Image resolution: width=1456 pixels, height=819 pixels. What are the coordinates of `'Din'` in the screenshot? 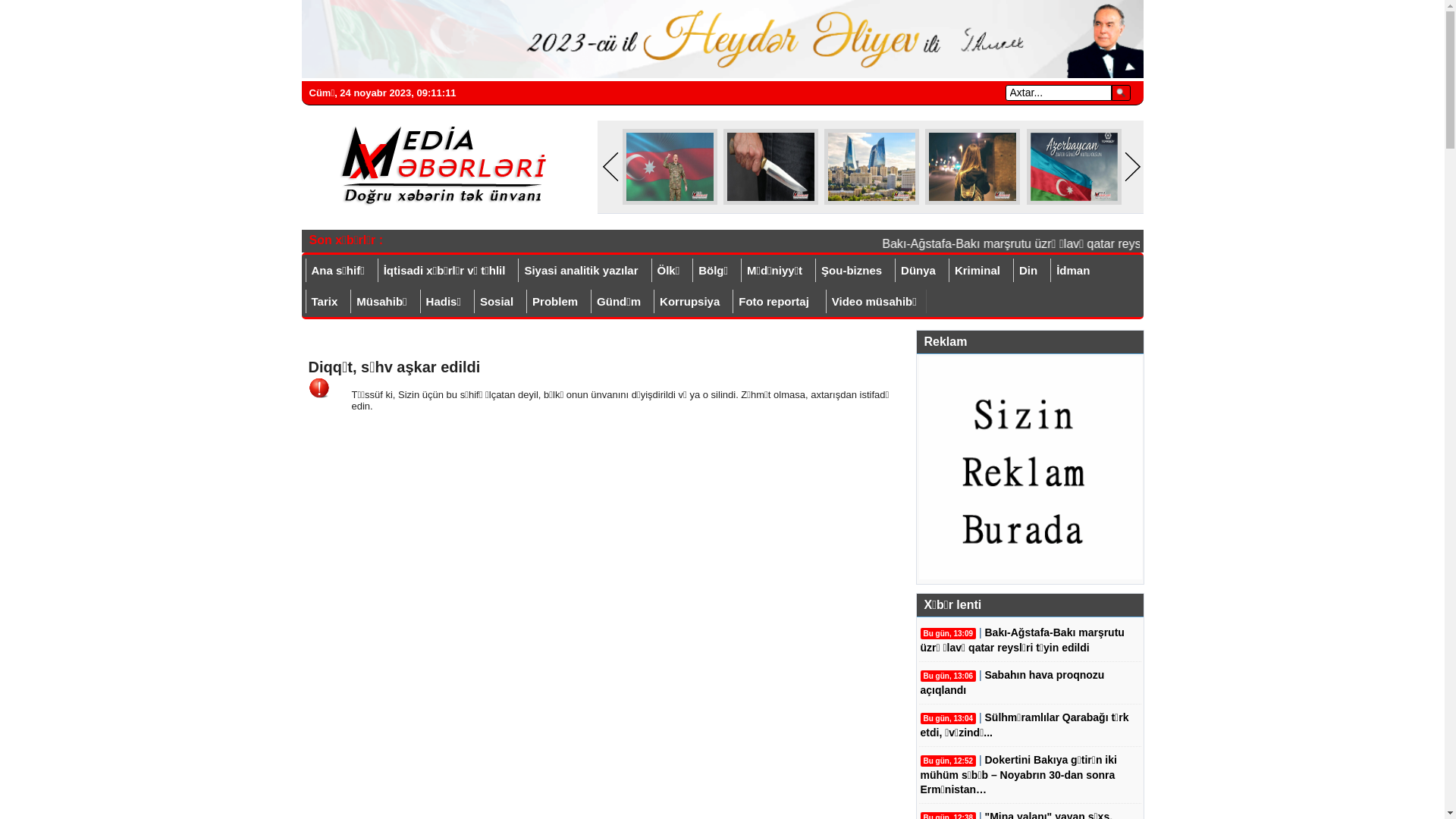 It's located at (1028, 269).